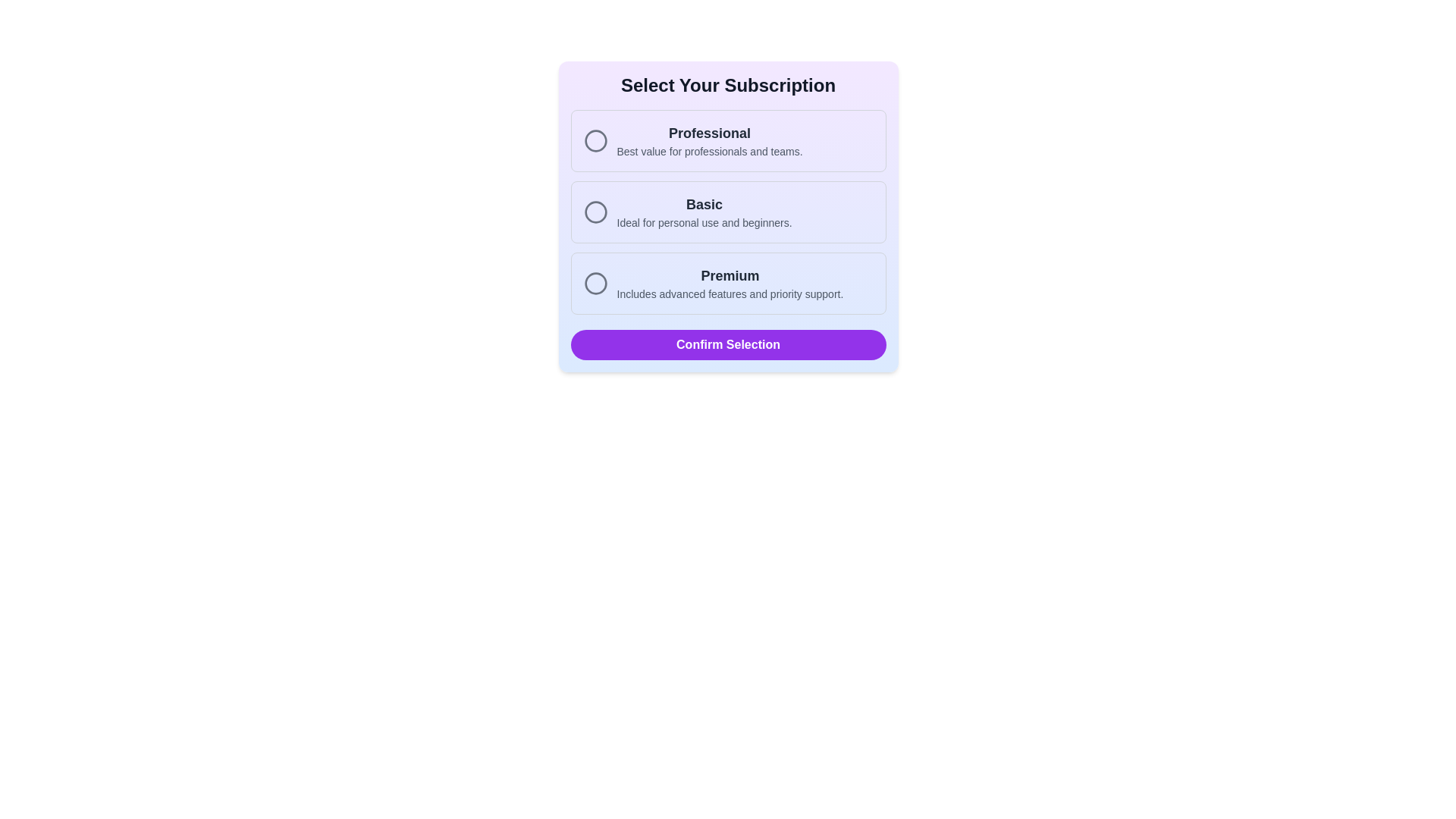  I want to click on the 'Professional' subscription plan label, which is located in the middle section of the subscription selection card, directly above the subtitle text and next to a circular radio button, so click(709, 133).